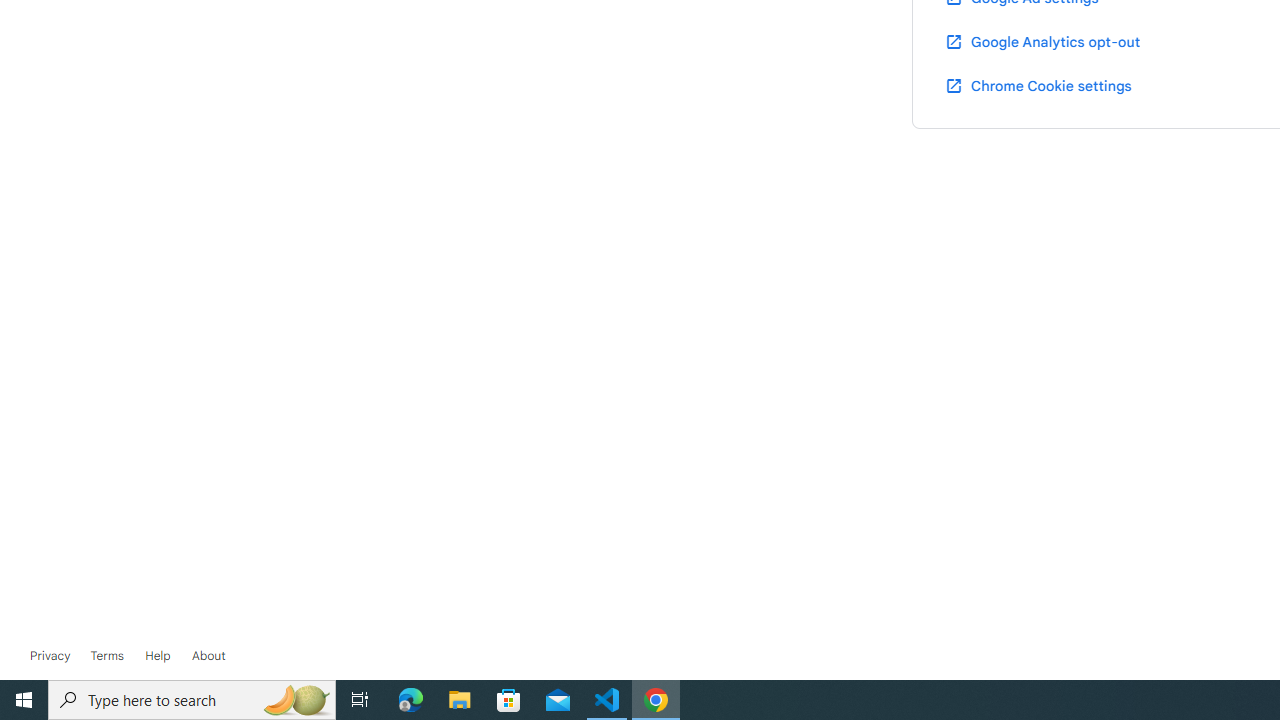 The width and height of the screenshot is (1280, 720). What do you see at coordinates (656, 698) in the screenshot?
I see `'Google Chrome - 1 running window'` at bounding box center [656, 698].